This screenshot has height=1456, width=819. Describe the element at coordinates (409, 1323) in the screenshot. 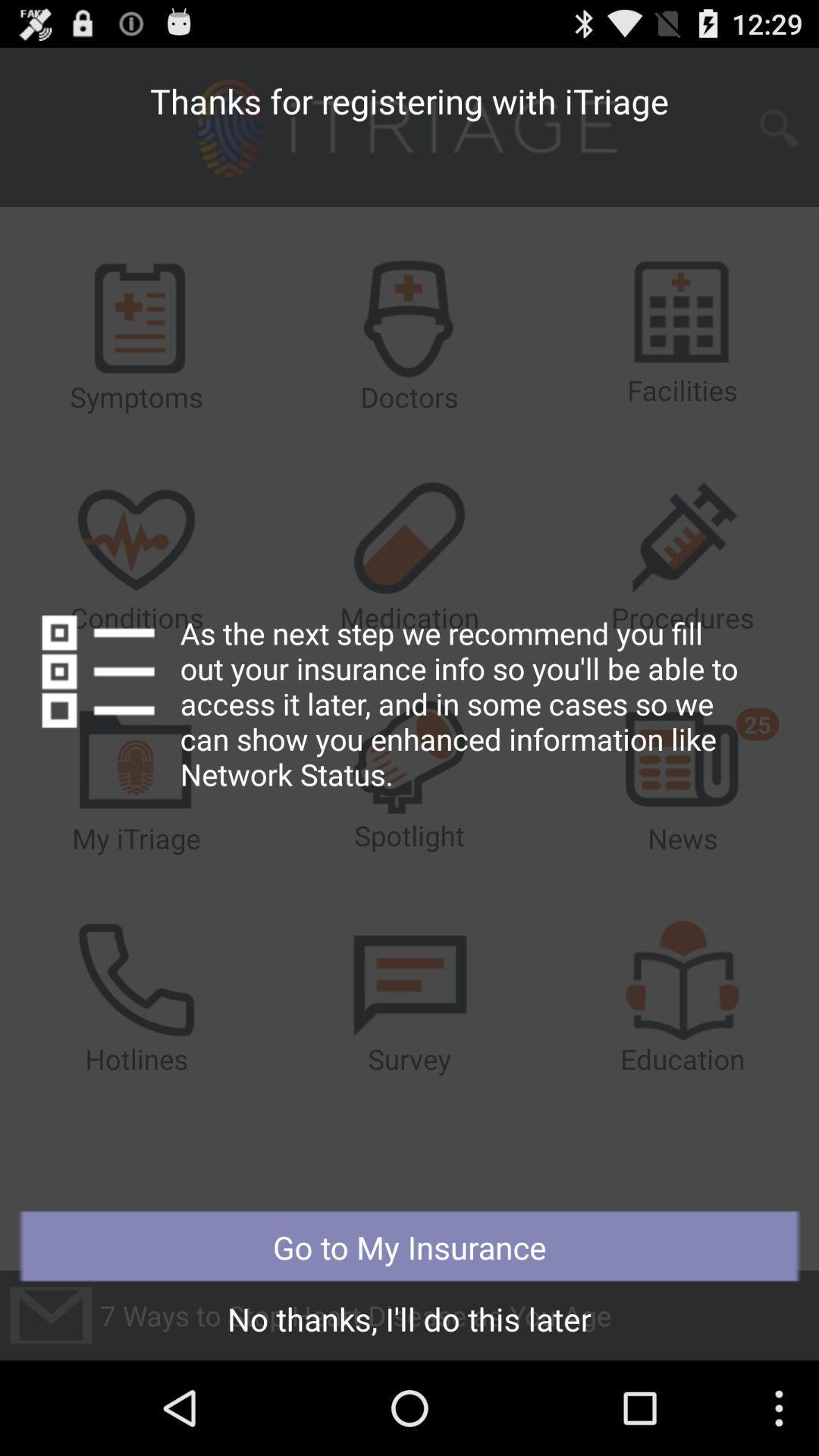

I see `the button below the go to my` at that location.